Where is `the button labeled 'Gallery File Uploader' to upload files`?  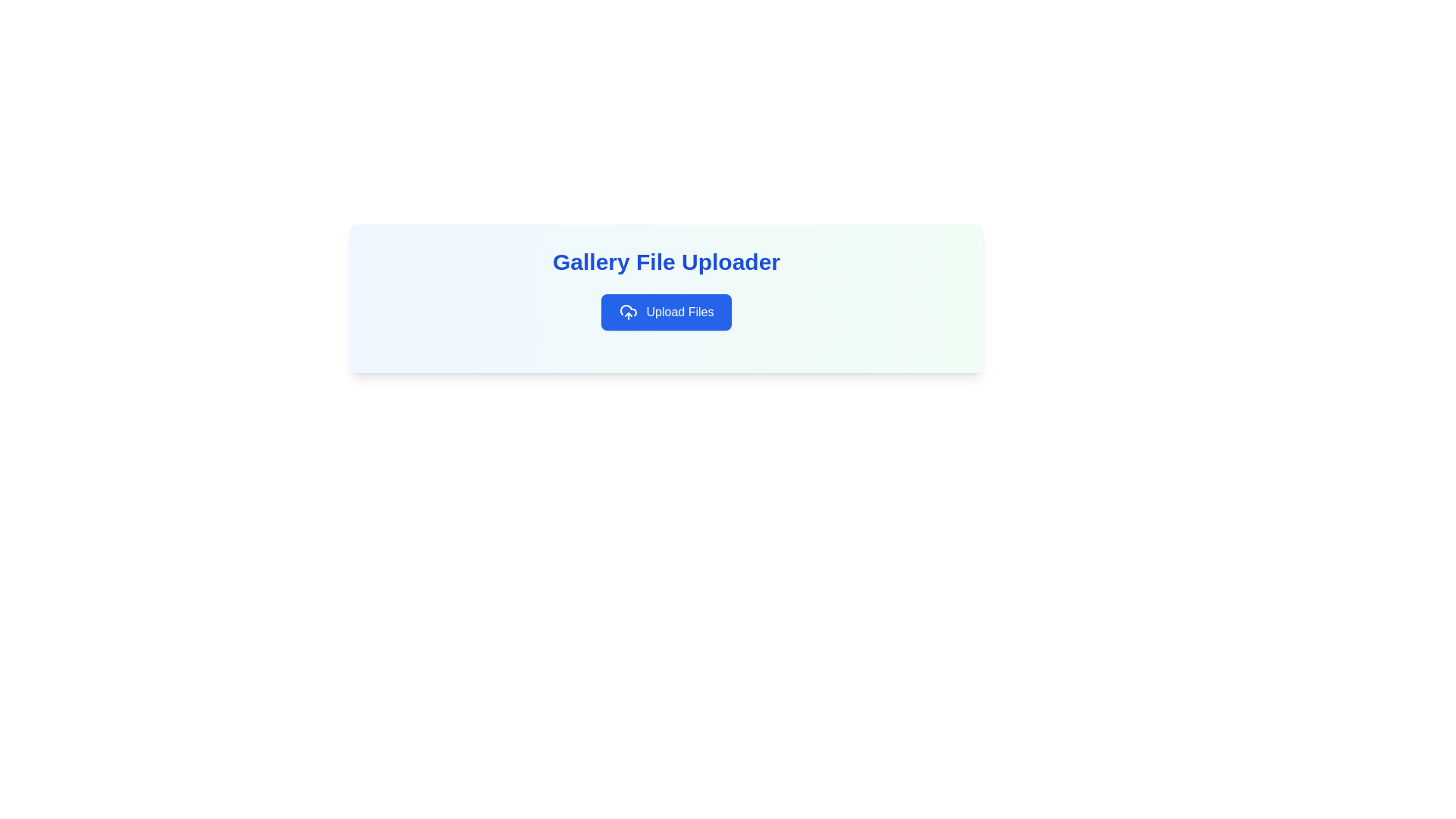
the button labeled 'Gallery File Uploader' to upload files is located at coordinates (666, 312).